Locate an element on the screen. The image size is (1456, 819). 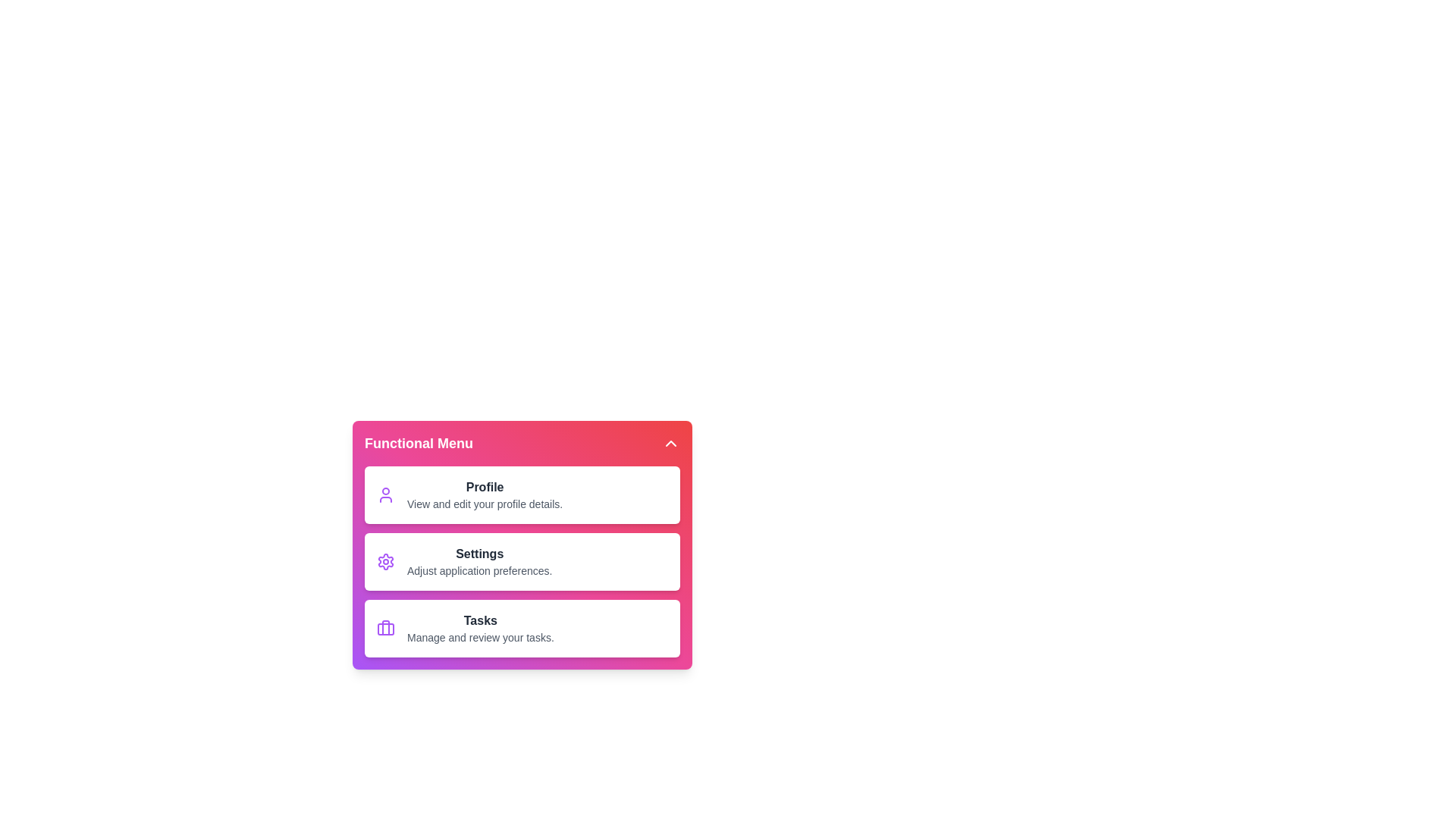
the menu item labeled 'Profile' to observe its hover effect is located at coordinates (522, 494).